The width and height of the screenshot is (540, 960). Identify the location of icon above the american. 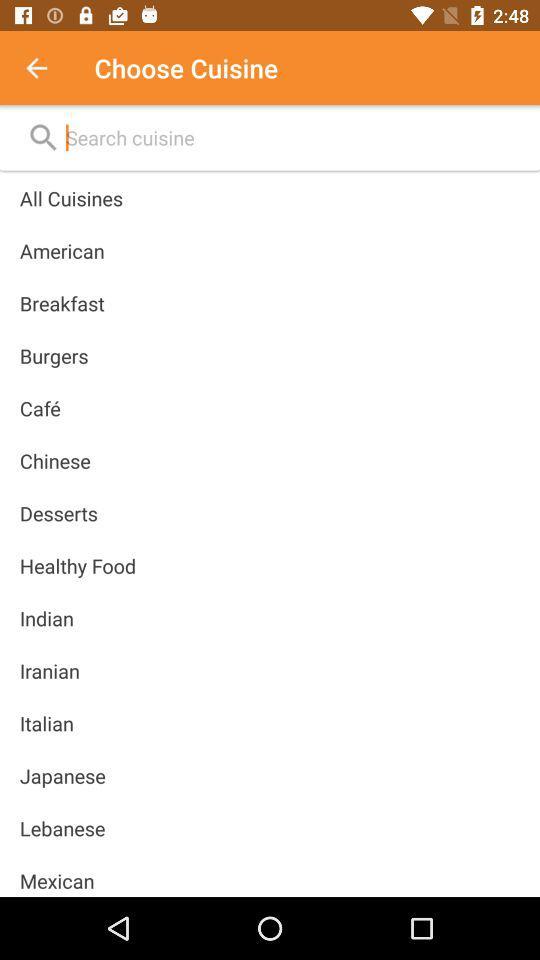
(70, 198).